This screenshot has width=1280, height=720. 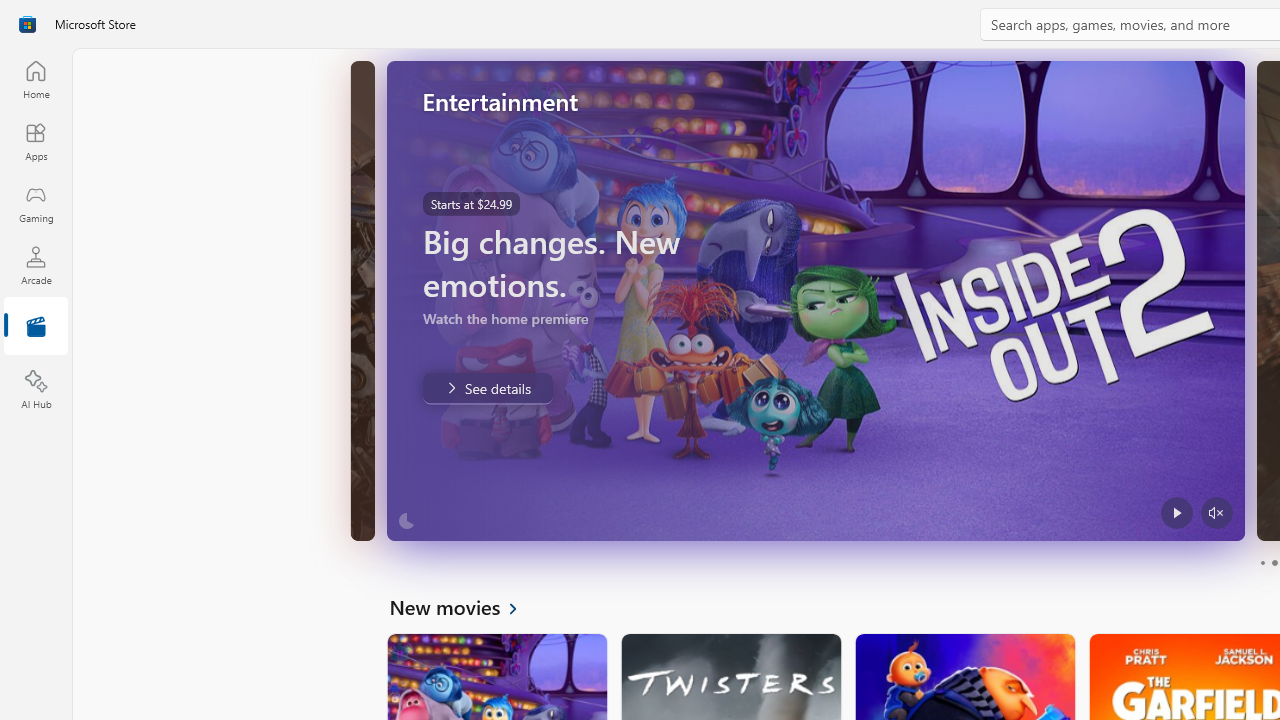 What do you see at coordinates (35, 264) in the screenshot?
I see `'Arcade'` at bounding box center [35, 264].